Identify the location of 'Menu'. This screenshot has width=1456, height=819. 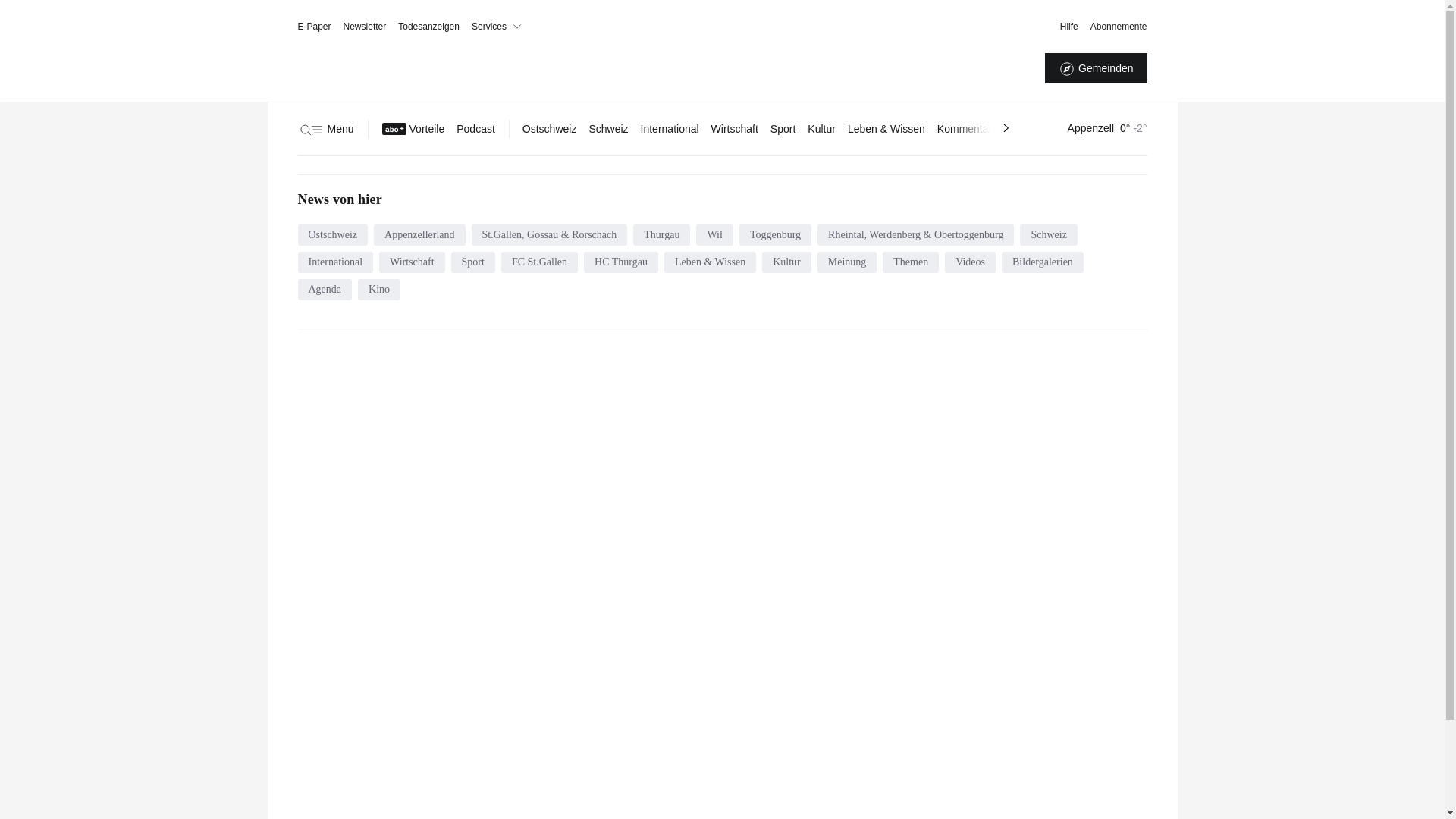
(297, 127).